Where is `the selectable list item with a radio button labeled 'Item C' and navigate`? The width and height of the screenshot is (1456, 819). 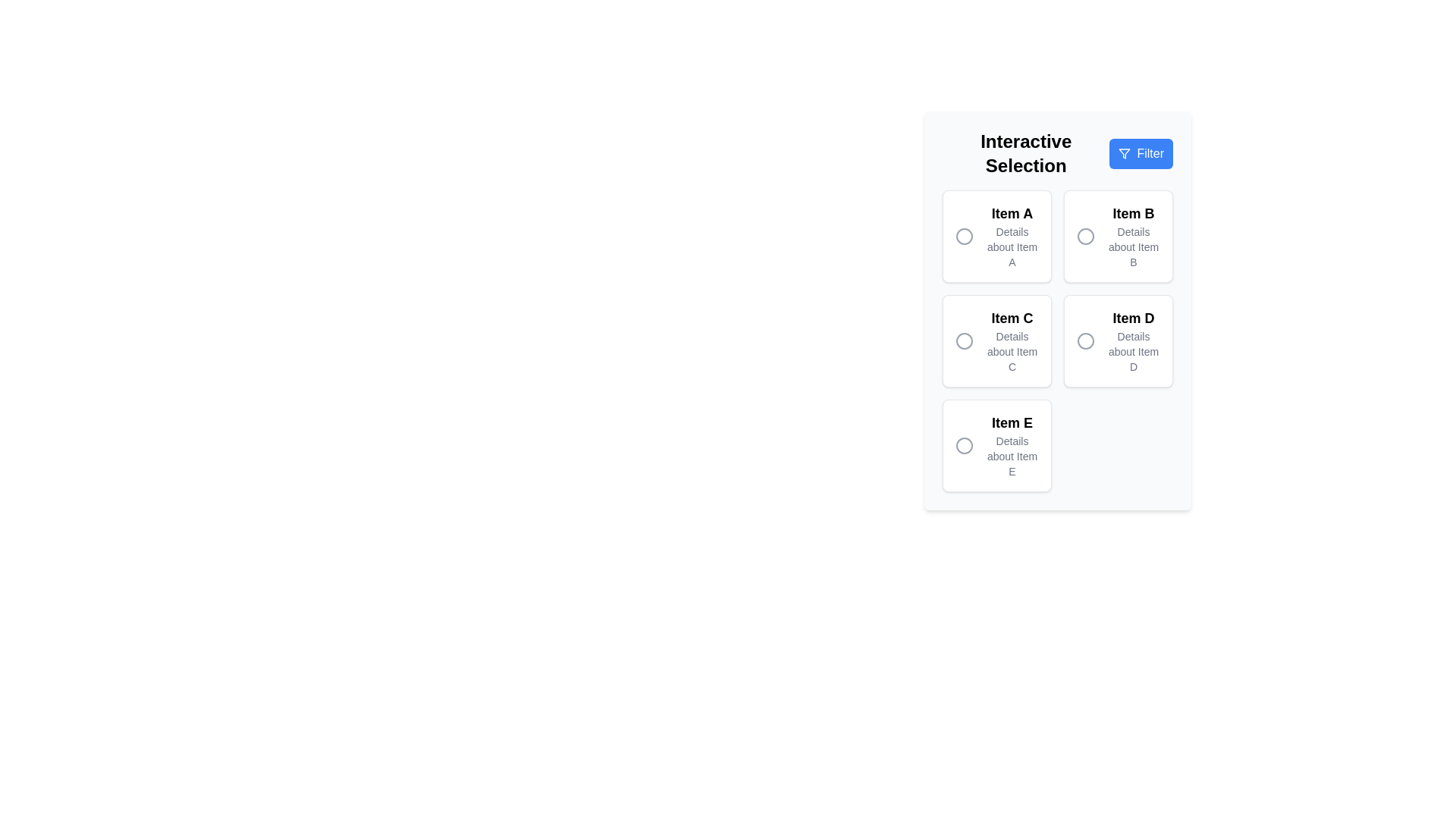
the selectable list item with a radio button labeled 'Item C' and navigate is located at coordinates (997, 341).